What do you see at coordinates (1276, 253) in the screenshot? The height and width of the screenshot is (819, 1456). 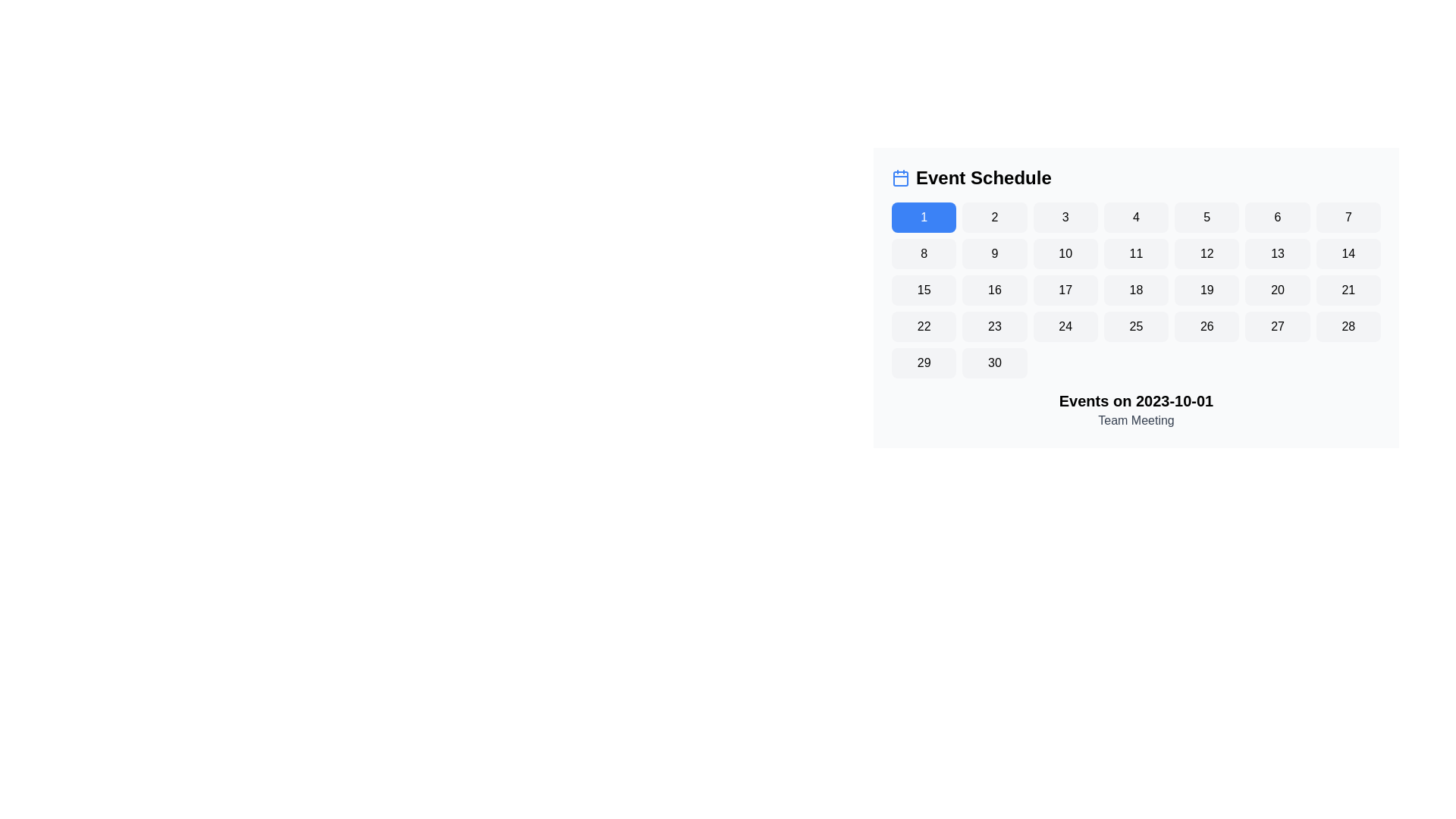 I see `the interactive calendar cell representing the 13th day` at bounding box center [1276, 253].